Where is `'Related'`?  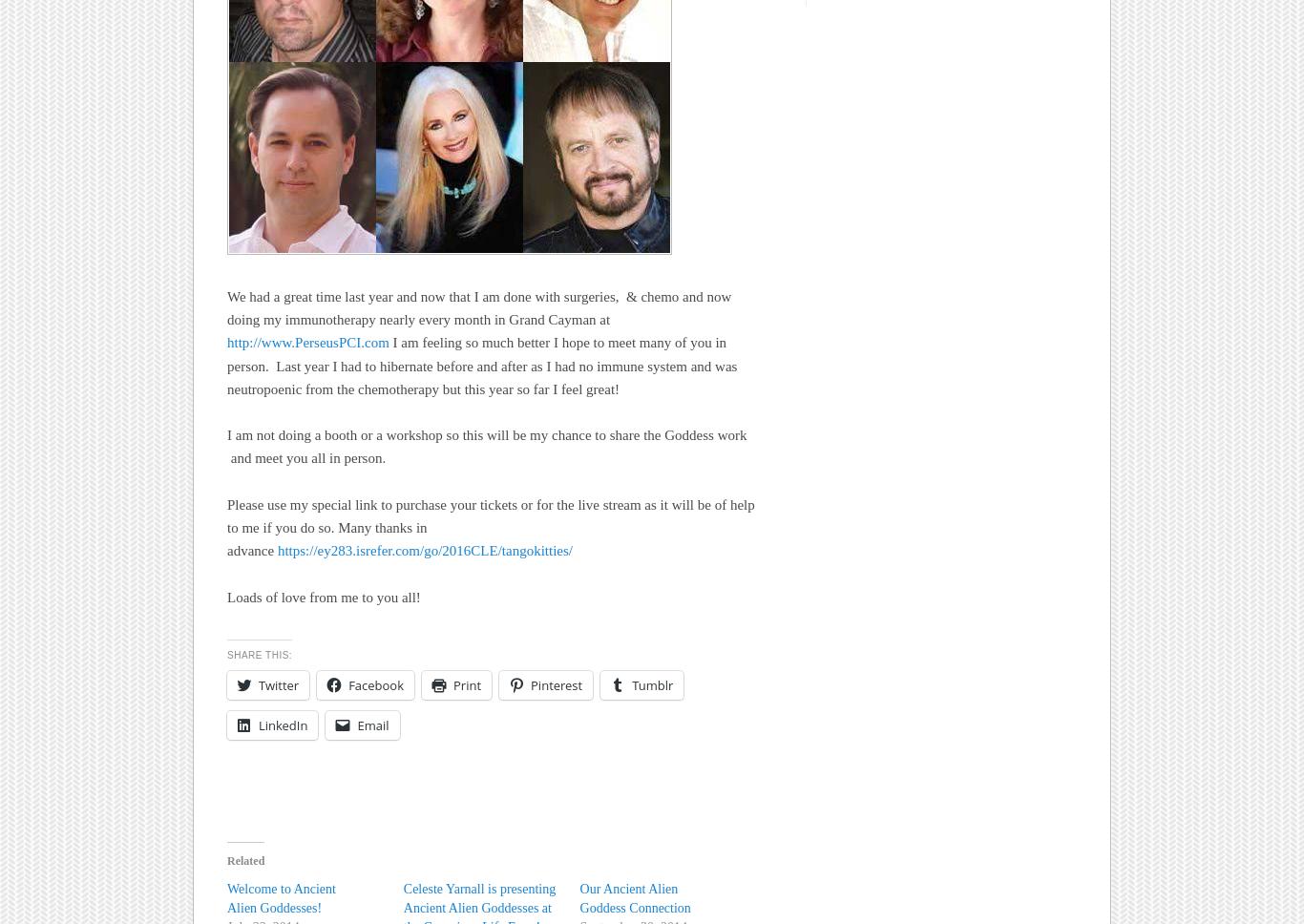
'Related' is located at coordinates (245, 860).